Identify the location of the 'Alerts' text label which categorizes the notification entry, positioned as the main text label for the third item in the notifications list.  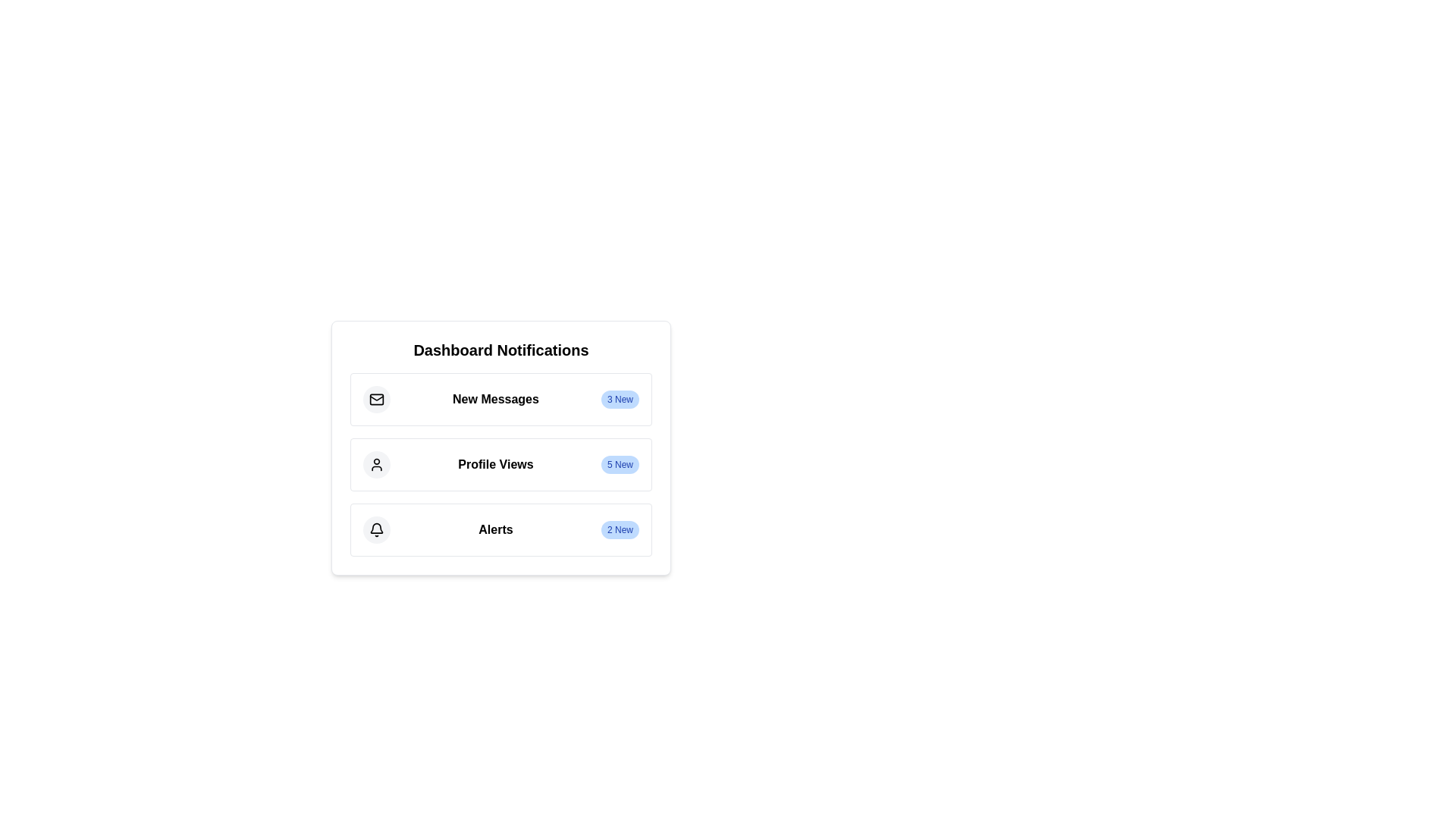
(495, 529).